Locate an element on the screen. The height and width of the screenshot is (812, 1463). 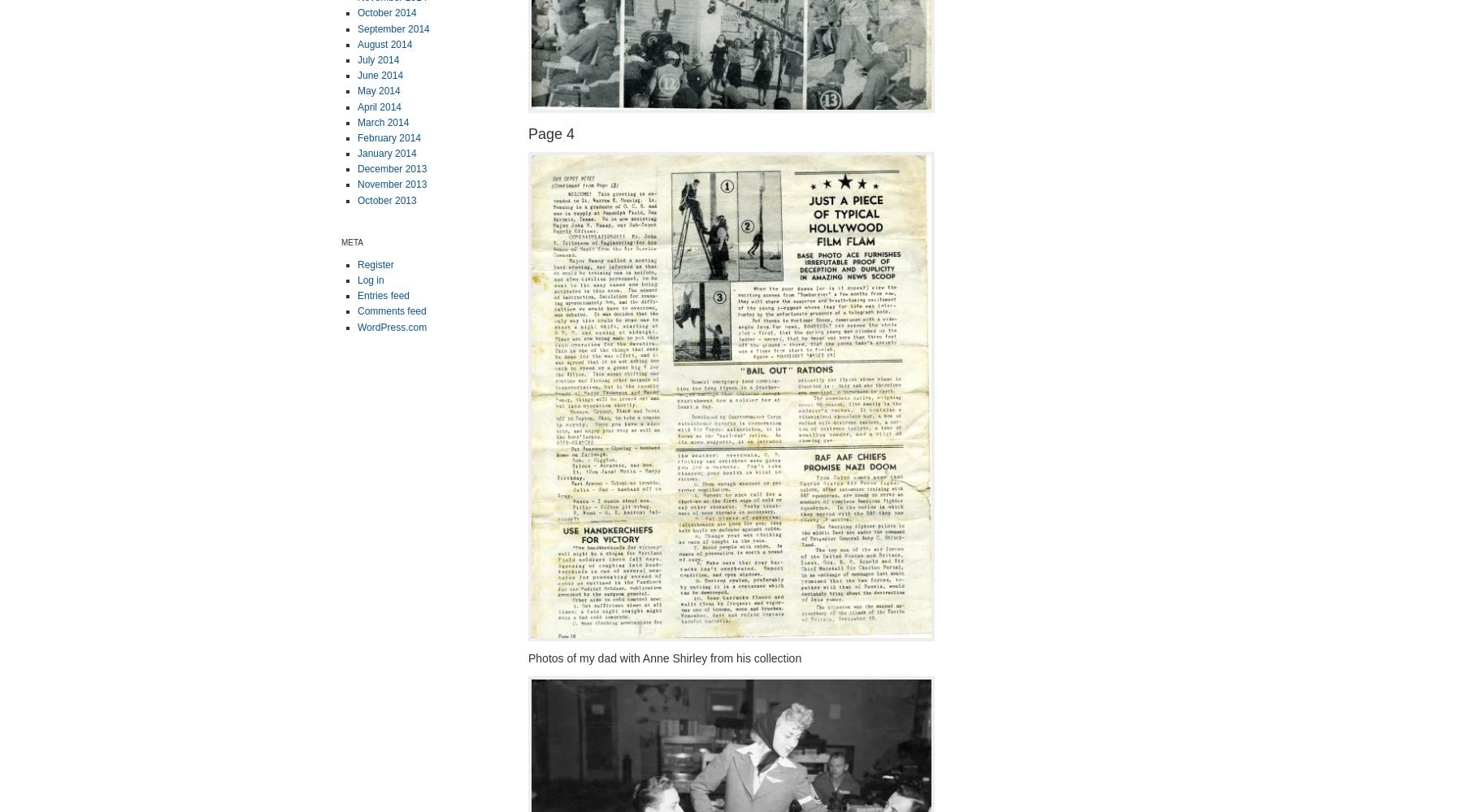
'December 2013' is located at coordinates (391, 167).